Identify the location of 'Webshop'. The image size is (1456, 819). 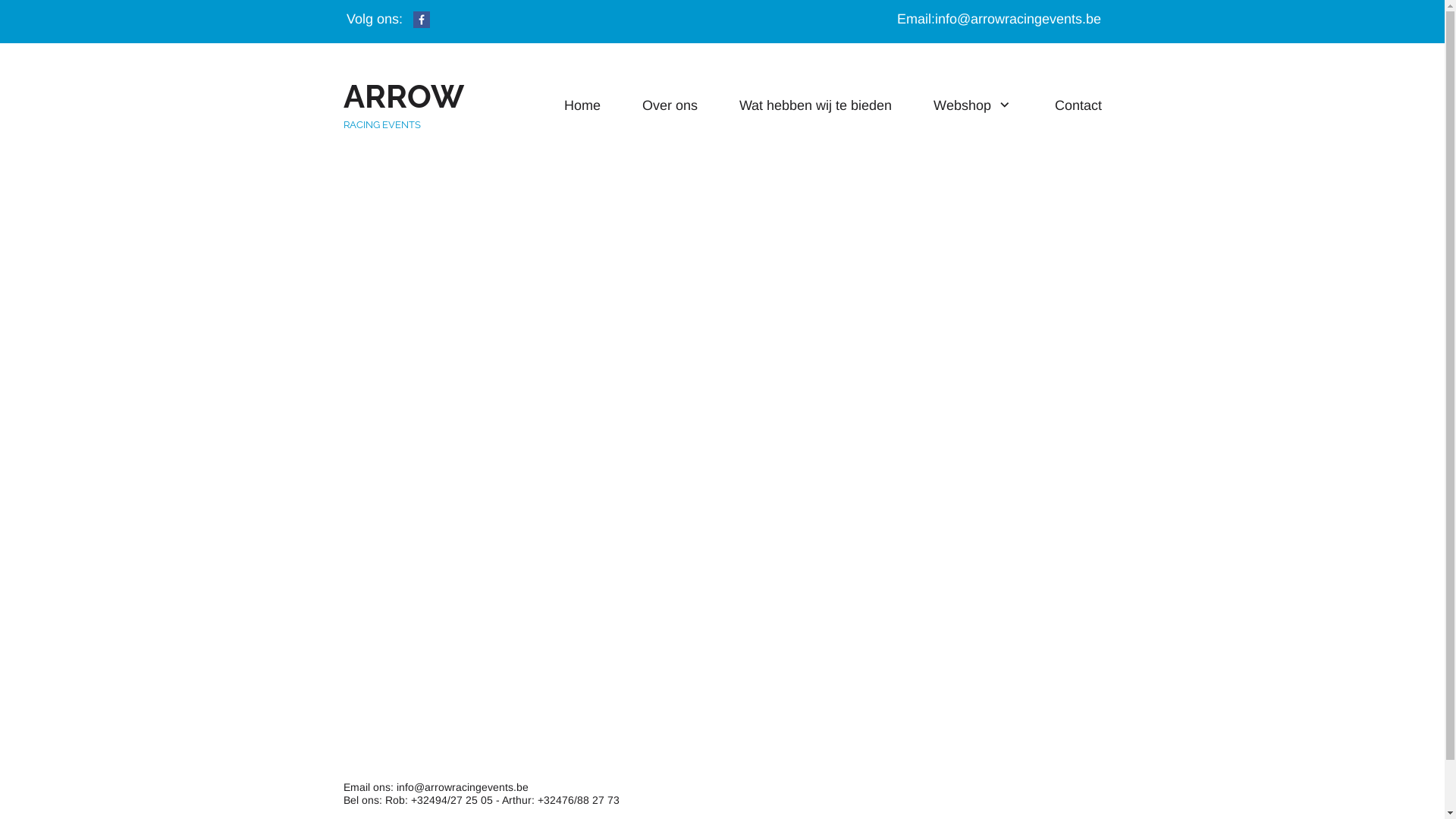
(972, 104).